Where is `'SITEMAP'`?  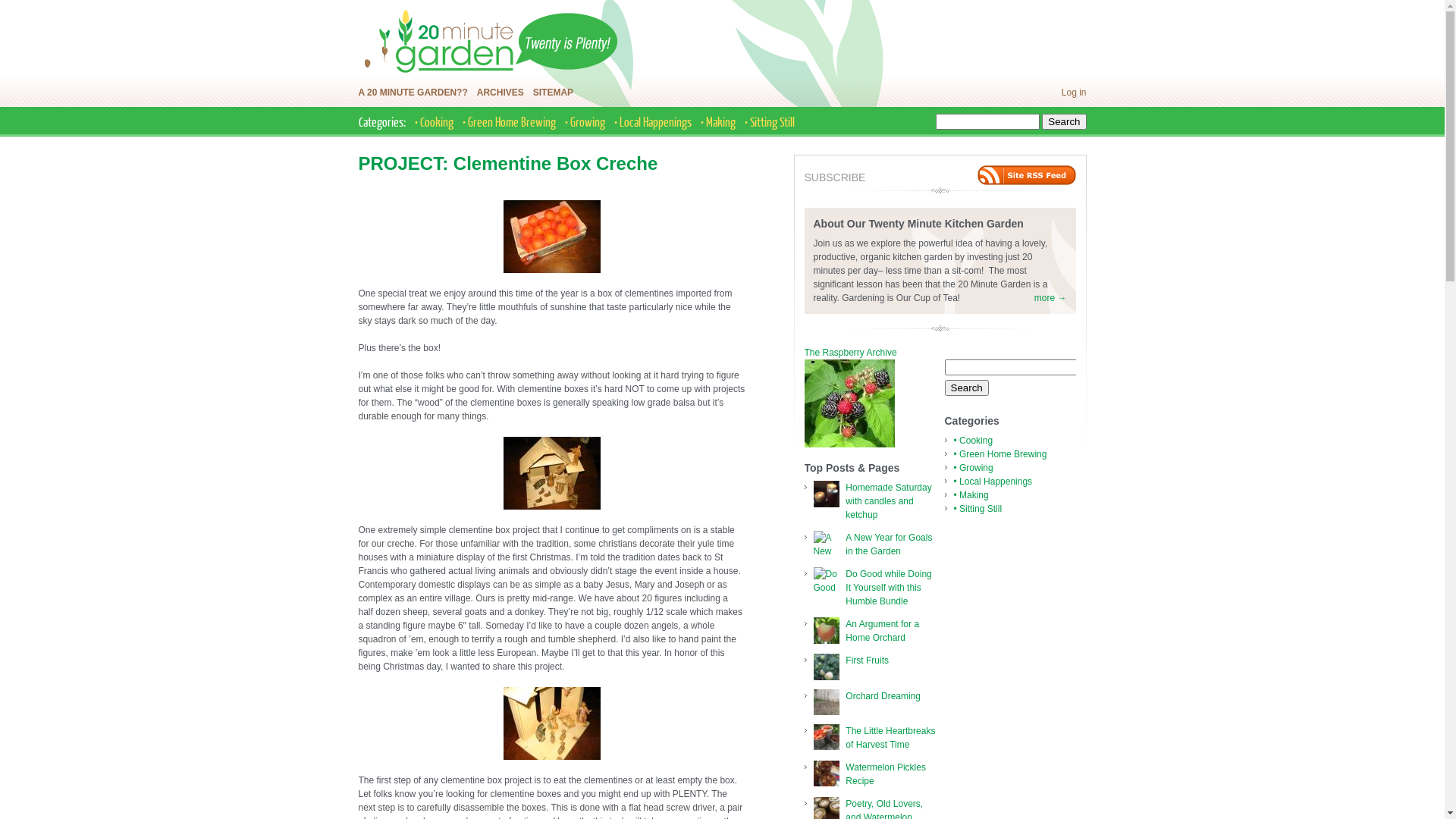 'SITEMAP' is located at coordinates (552, 93).